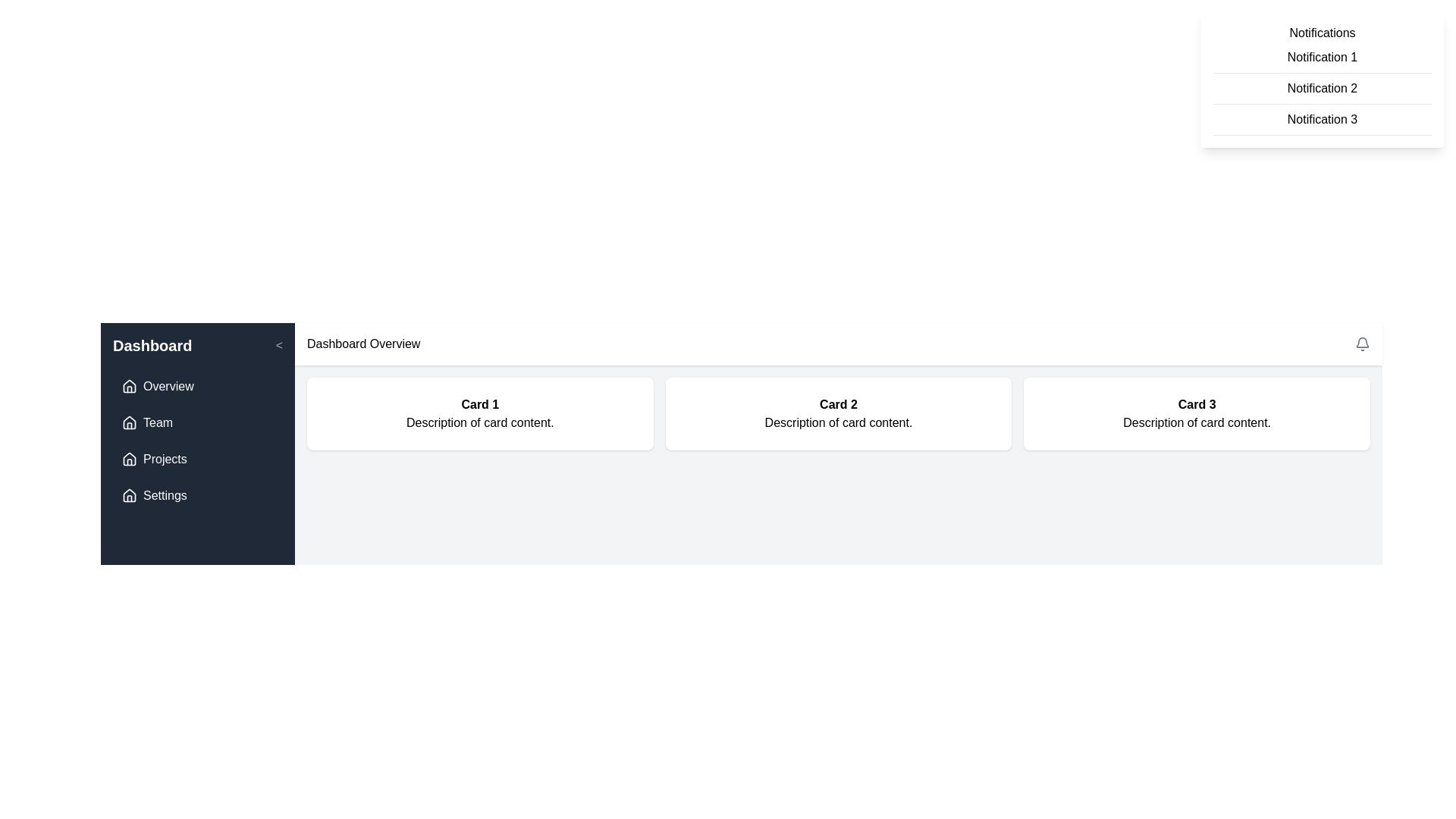  I want to click on the 'Team' button in the navigation menu, so click(196, 423).